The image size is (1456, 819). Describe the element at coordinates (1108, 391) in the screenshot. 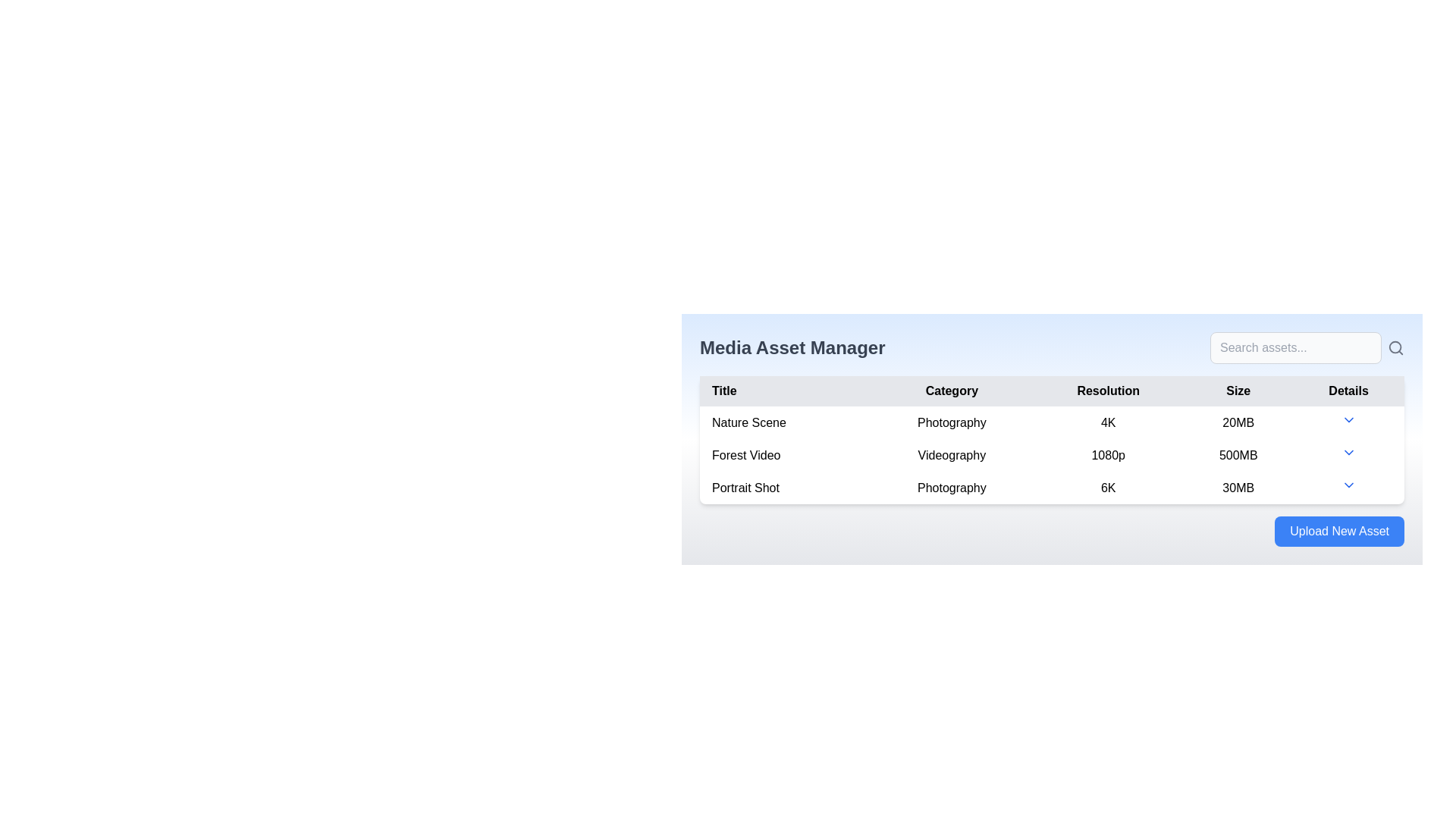

I see `the text label indicating display resolutions, which is the third column header in the table, positioned between 'Category' and 'Size'` at that location.